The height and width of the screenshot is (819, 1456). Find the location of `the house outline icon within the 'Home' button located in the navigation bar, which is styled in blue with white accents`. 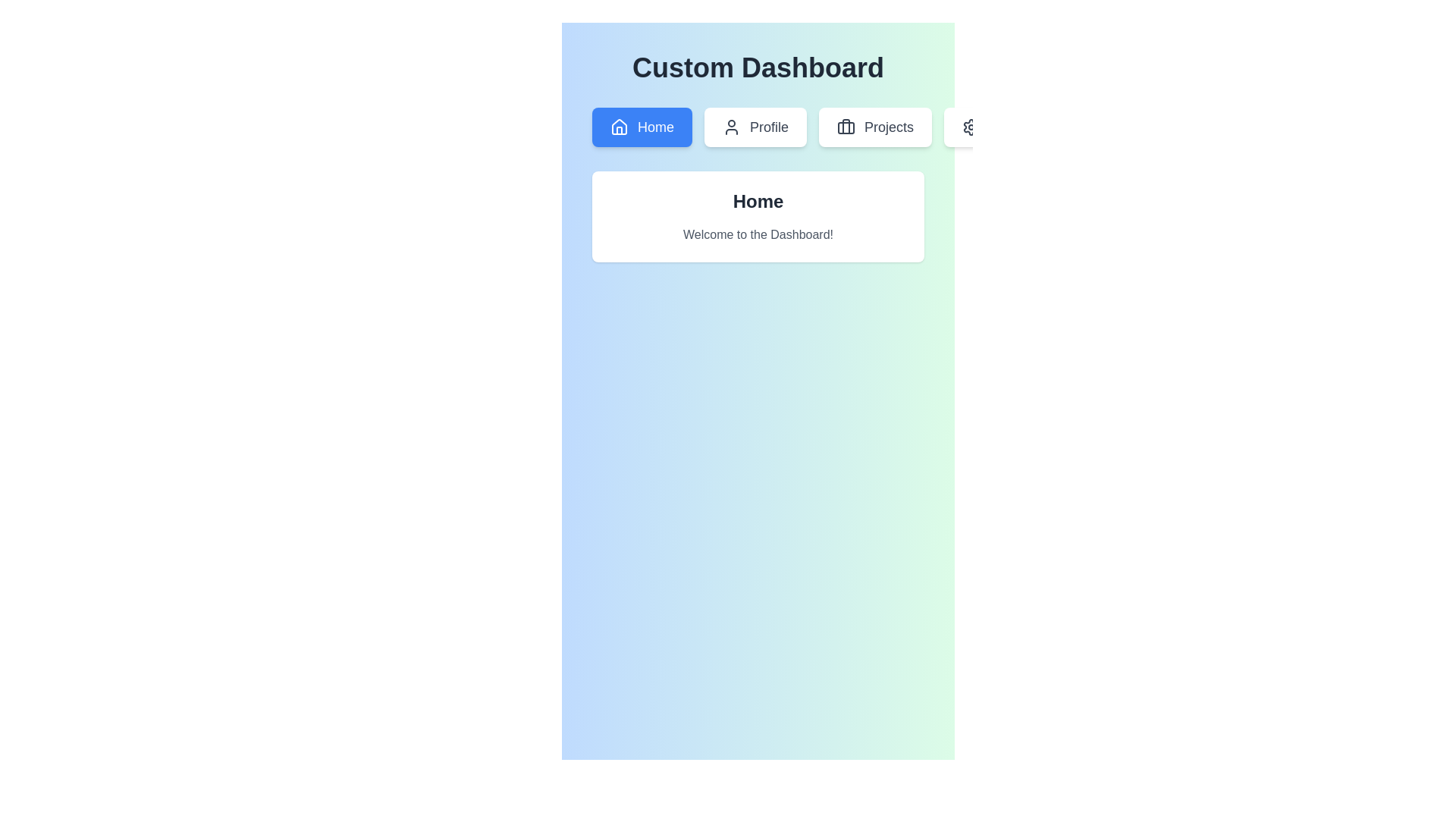

the house outline icon within the 'Home' button located in the navigation bar, which is styled in blue with white accents is located at coordinates (619, 127).